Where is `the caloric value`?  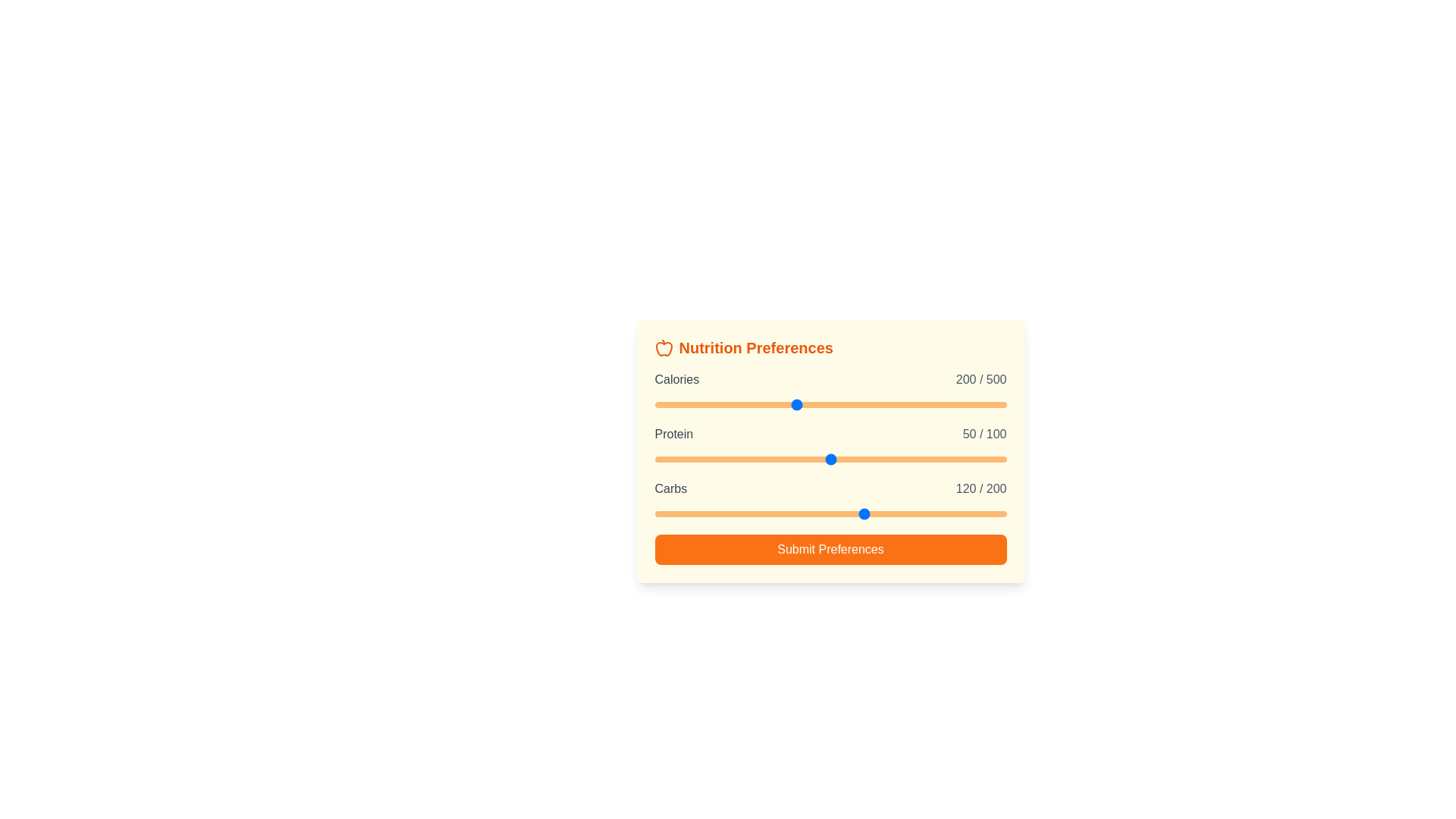
the caloric value is located at coordinates (830, 403).